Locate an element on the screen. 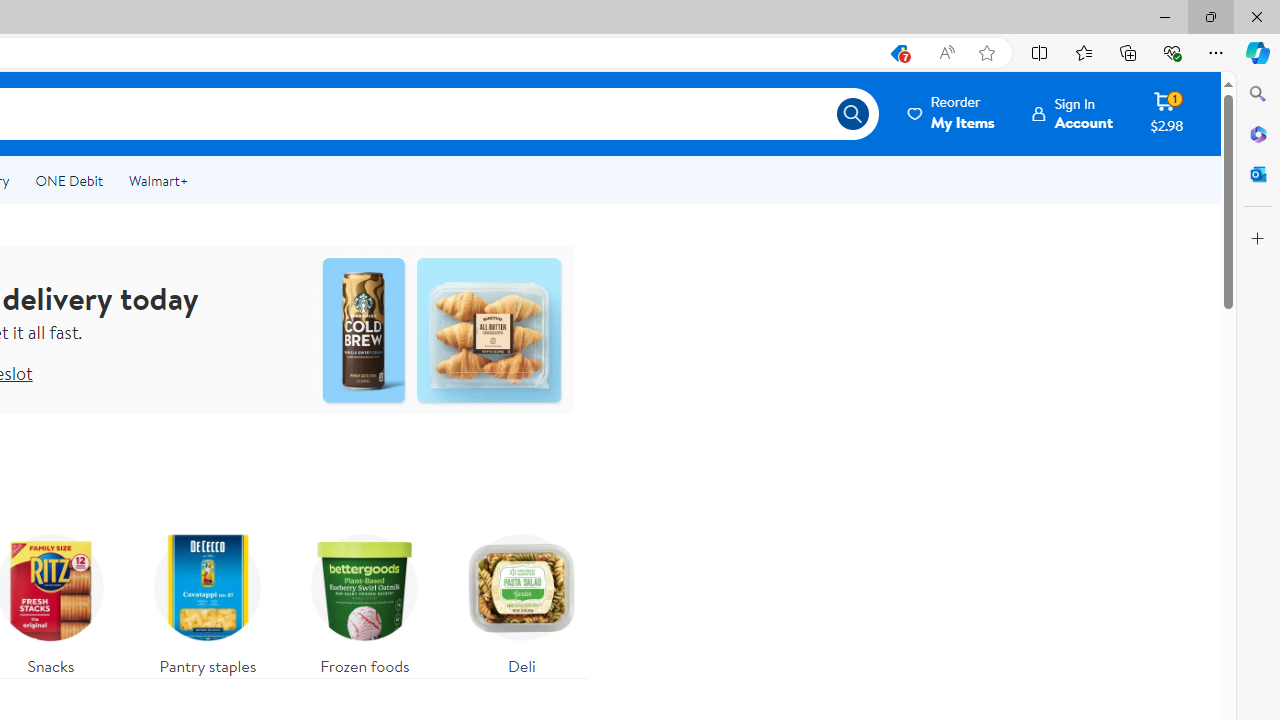 Image resolution: width=1280 pixels, height=720 pixels. 'Deli' is located at coordinates (522, 598).